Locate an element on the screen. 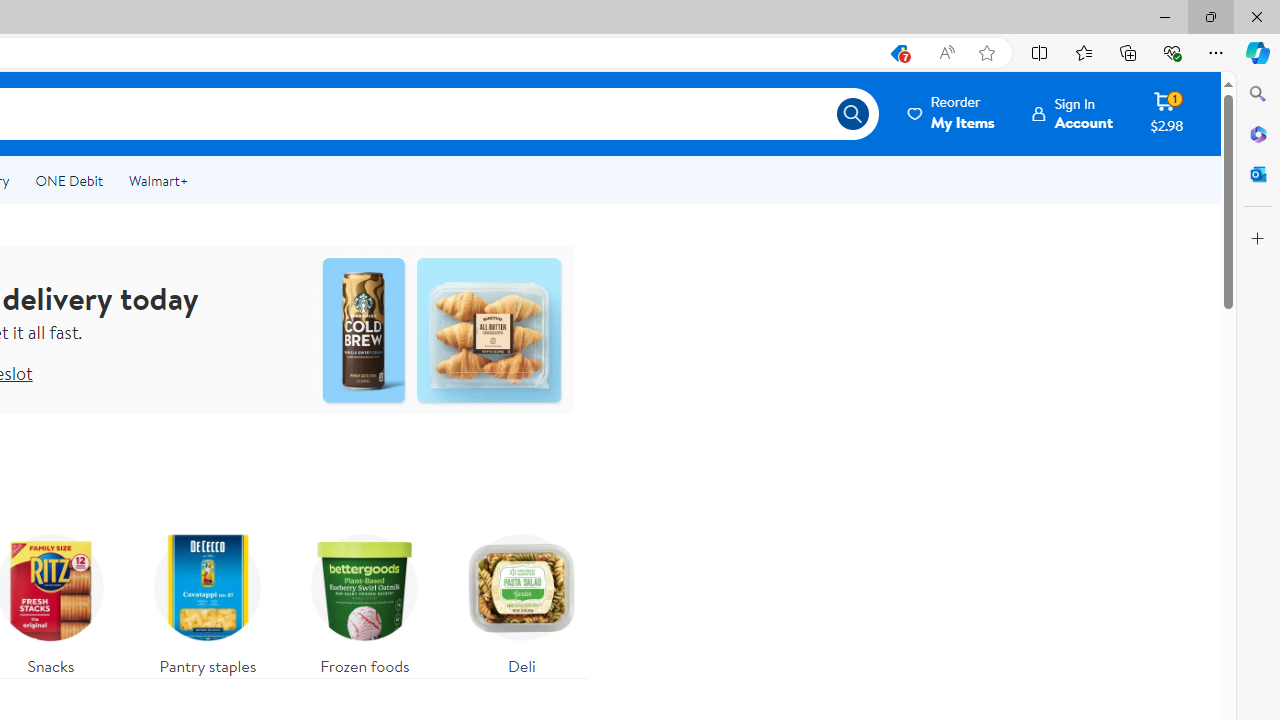 Image resolution: width=1280 pixels, height=720 pixels. 'Deli' is located at coordinates (522, 598).